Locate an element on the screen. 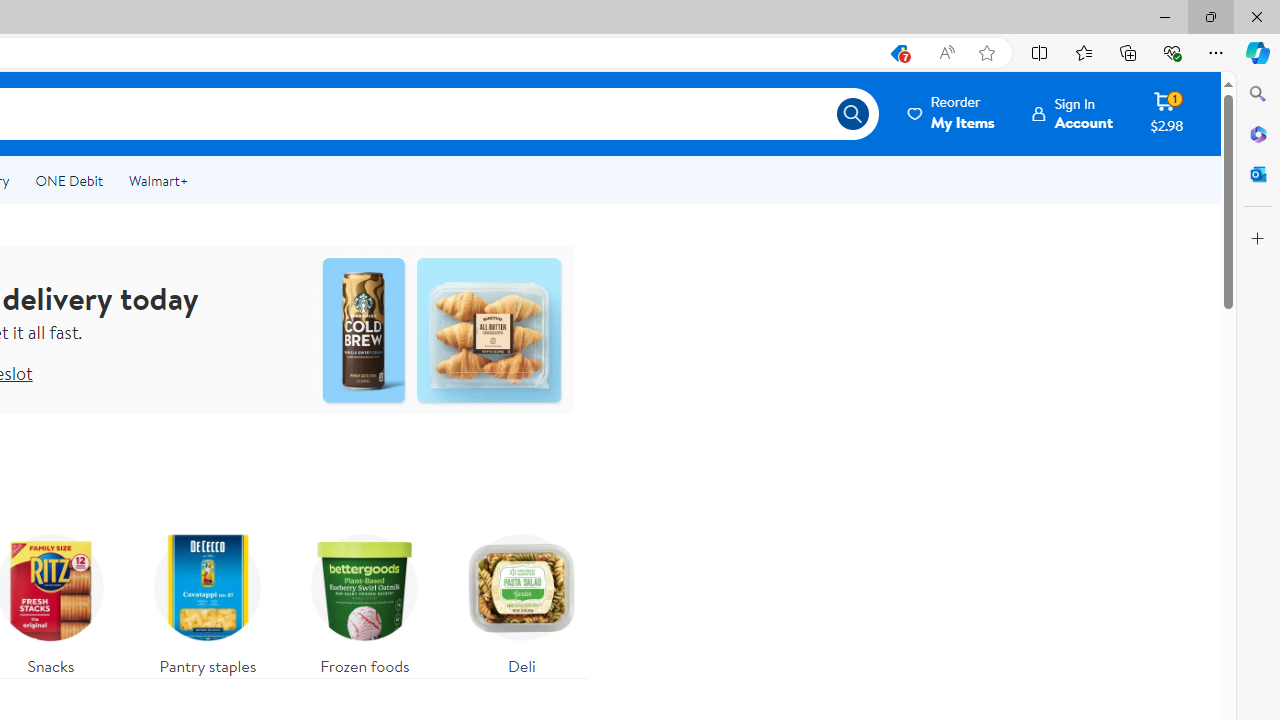 Image resolution: width=1280 pixels, height=720 pixels. 'Deli' is located at coordinates (522, 598).